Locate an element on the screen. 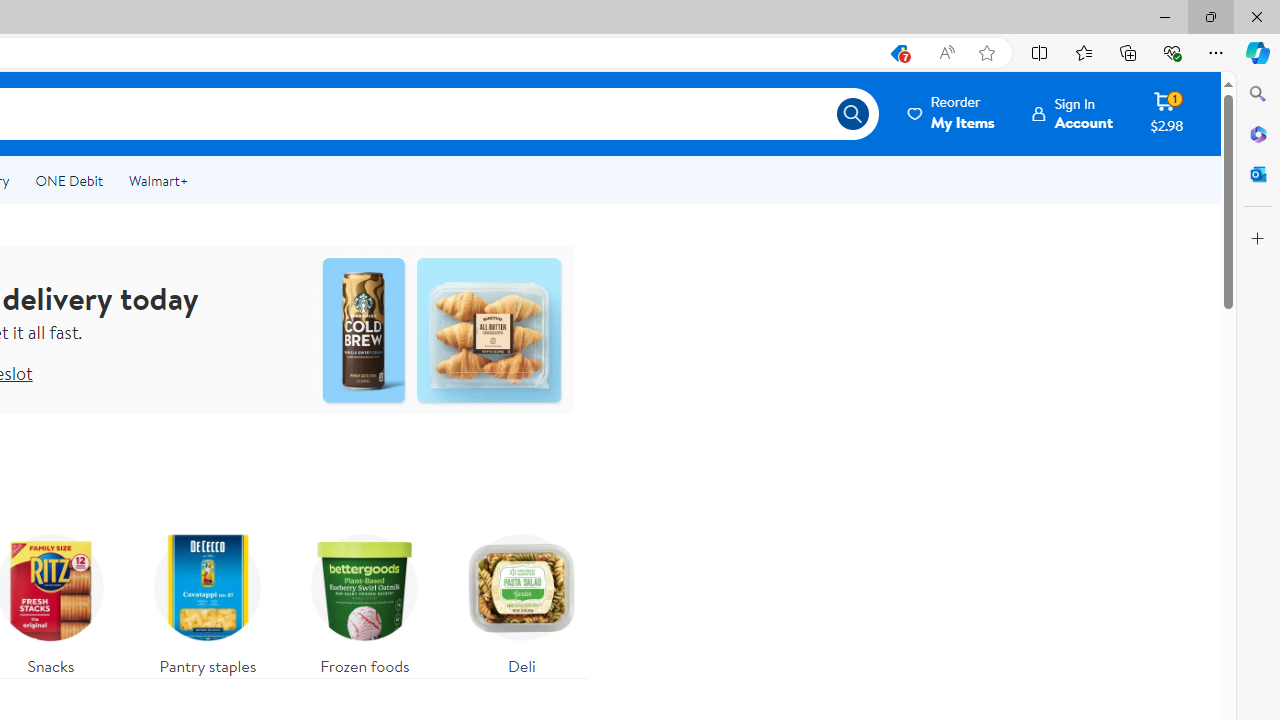 Image resolution: width=1280 pixels, height=720 pixels. 'Deli' is located at coordinates (522, 598).